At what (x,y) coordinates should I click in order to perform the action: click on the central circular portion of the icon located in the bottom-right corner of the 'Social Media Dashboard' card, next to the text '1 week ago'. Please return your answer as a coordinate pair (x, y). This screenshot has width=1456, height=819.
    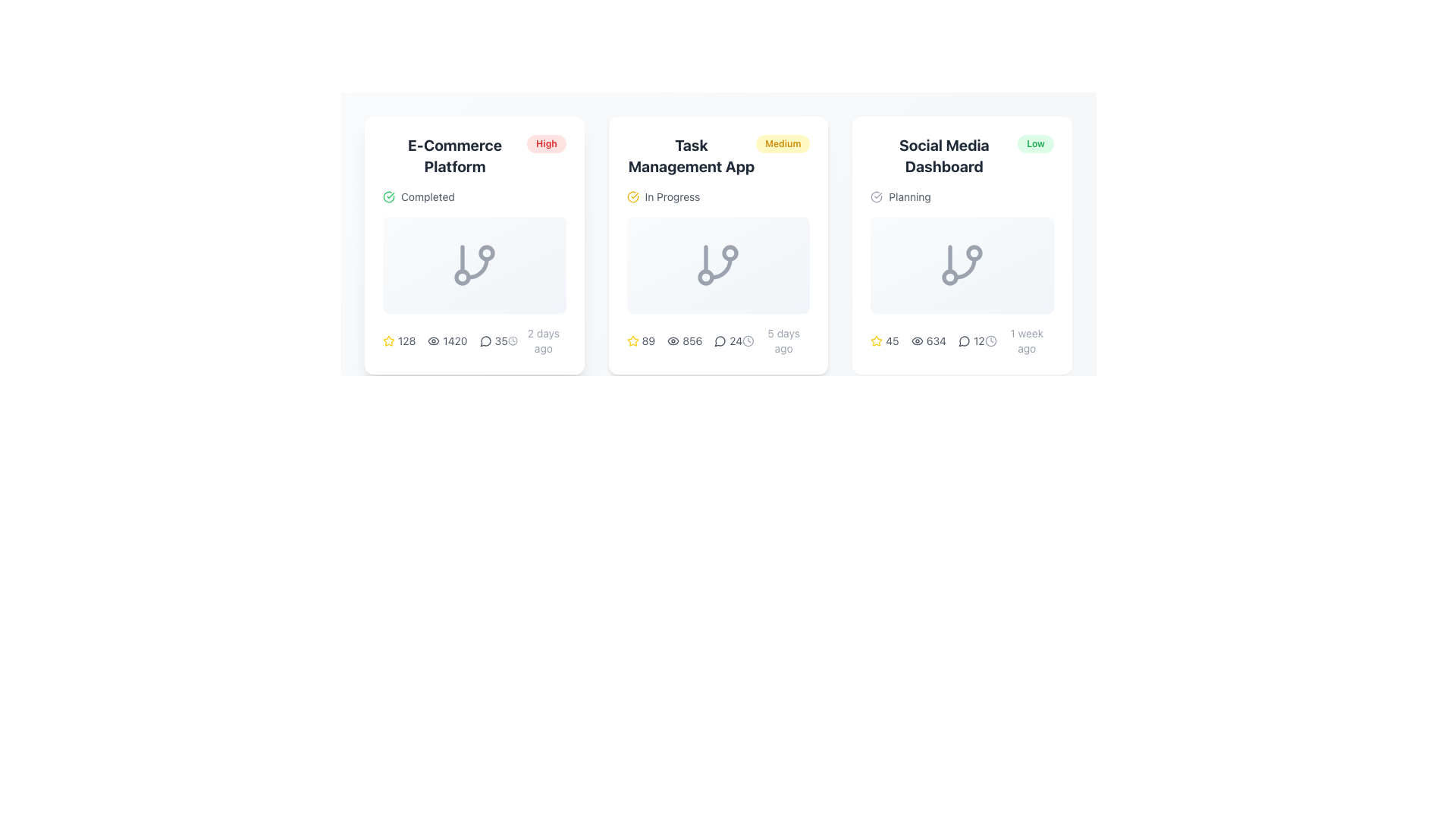
    Looking at the image, I should click on (990, 341).